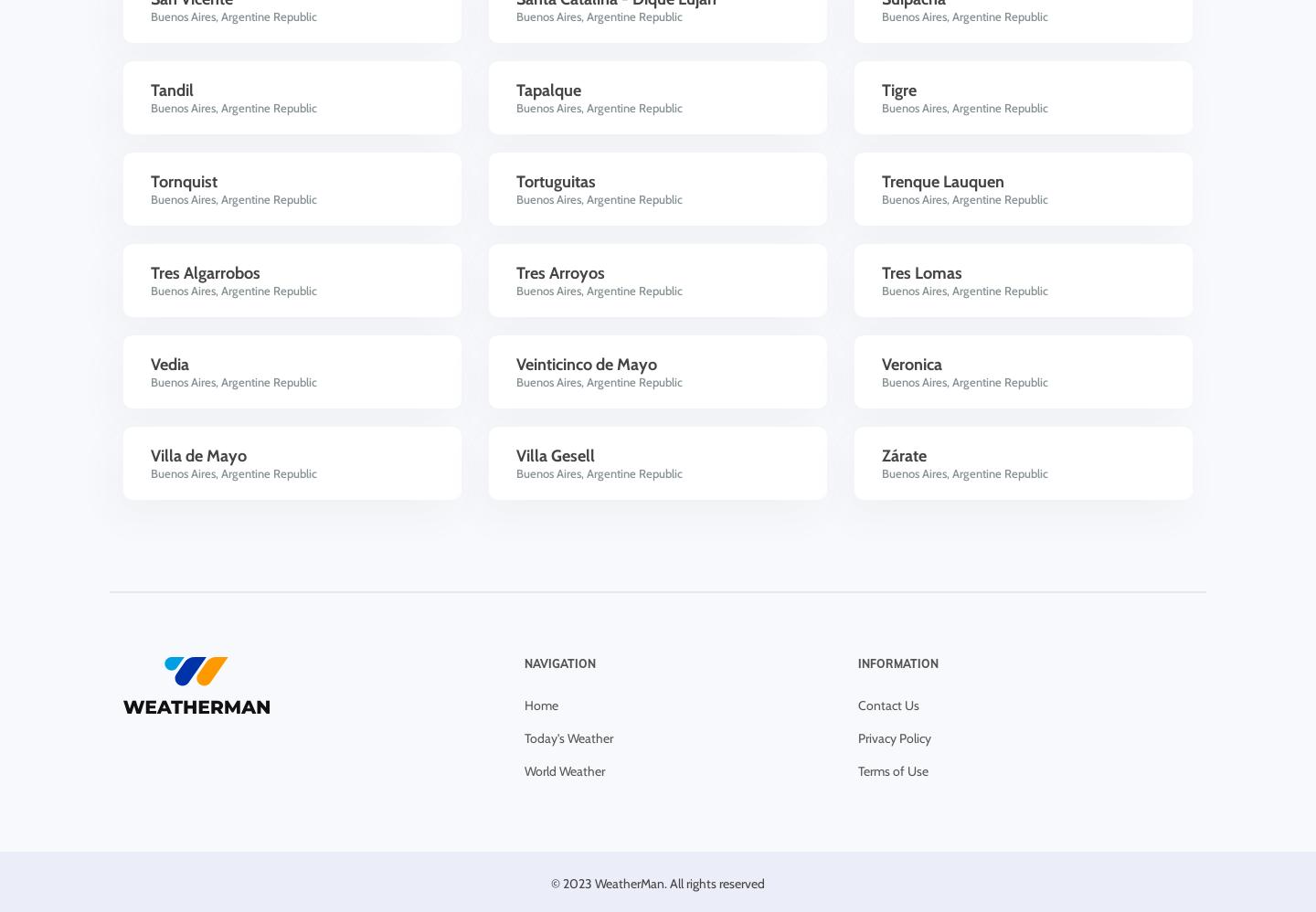 This screenshot has width=1316, height=912. I want to click on '© 2023 WeatherMan. All rights reserved', so click(550, 882).